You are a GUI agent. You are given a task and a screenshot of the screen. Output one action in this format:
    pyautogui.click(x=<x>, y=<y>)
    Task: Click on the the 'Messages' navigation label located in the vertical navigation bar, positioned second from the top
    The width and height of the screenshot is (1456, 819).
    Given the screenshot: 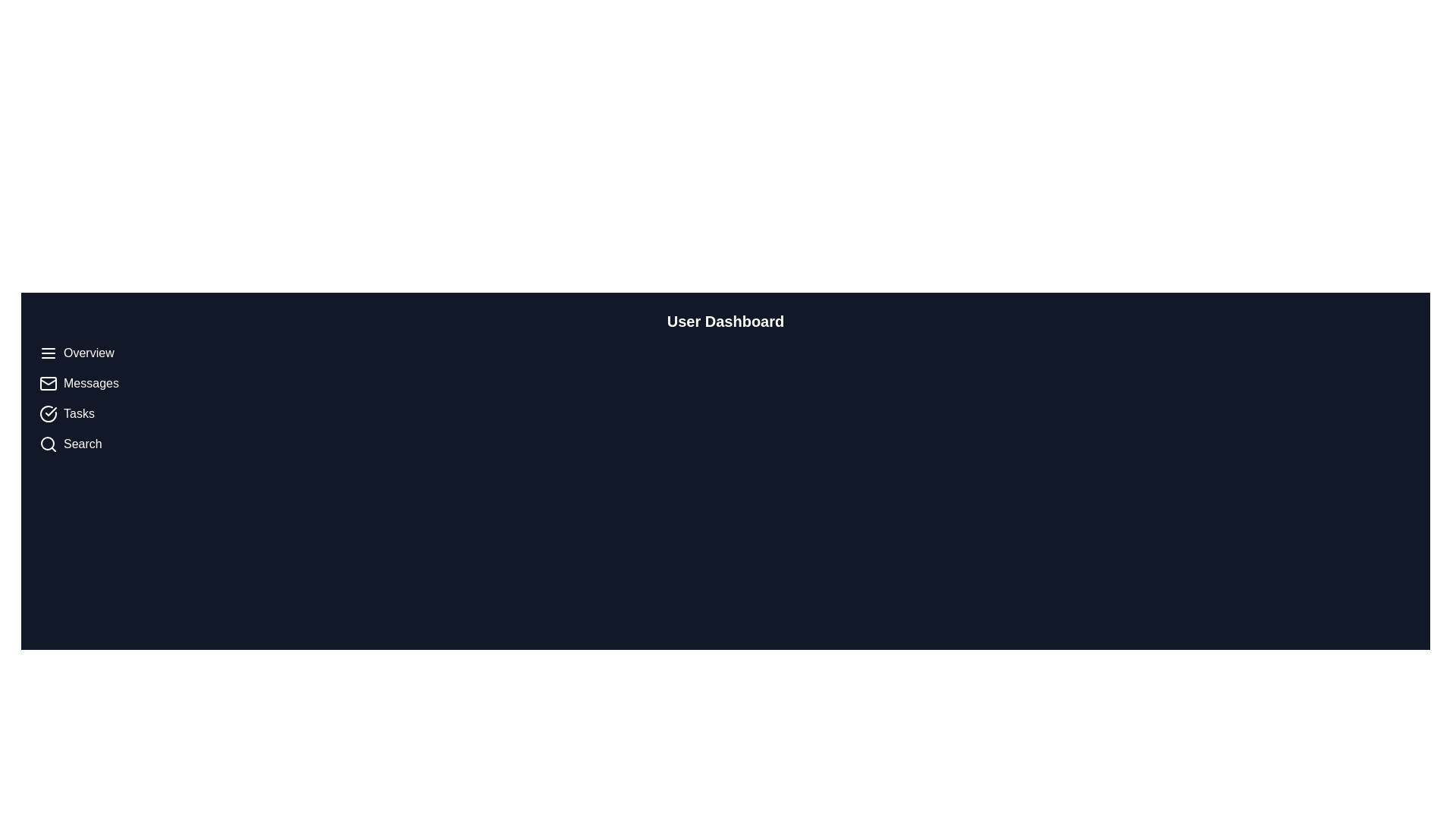 What is the action you would take?
    pyautogui.click(x=90, y=382)
    